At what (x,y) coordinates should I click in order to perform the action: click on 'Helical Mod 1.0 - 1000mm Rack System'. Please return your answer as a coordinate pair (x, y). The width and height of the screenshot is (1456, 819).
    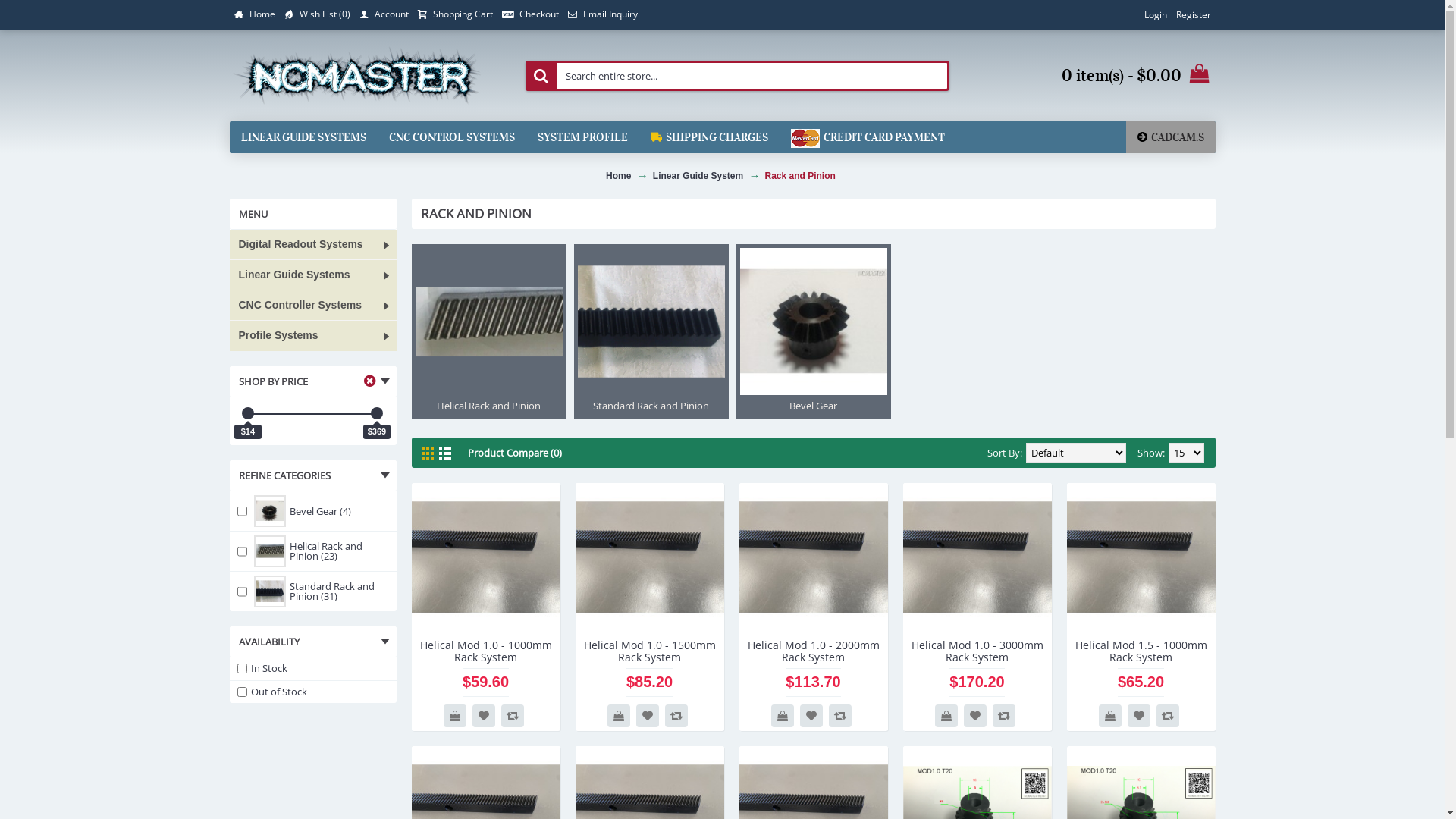
    Looking at the image, I should click on (484, 557).